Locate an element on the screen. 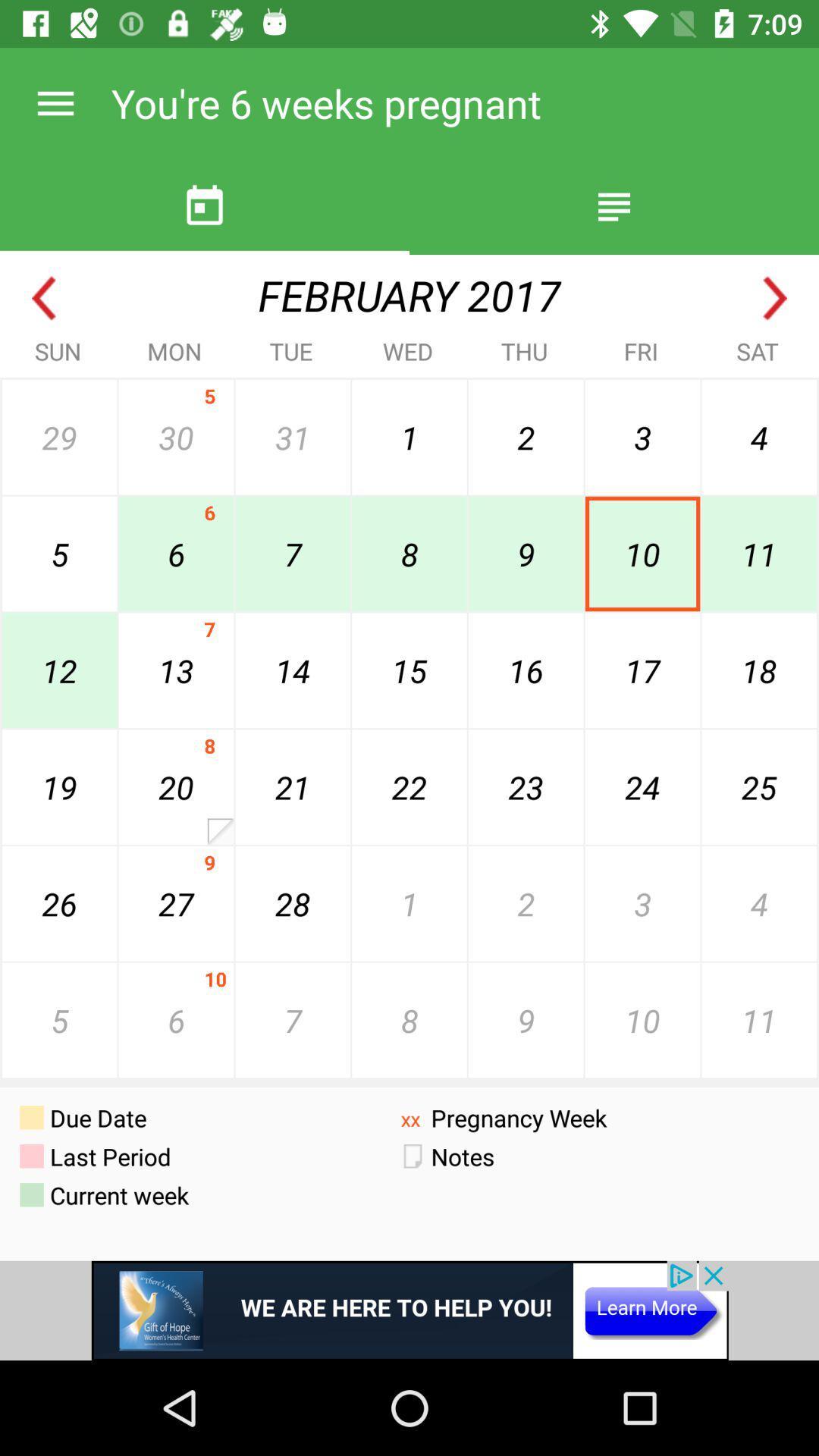  go back is located at coordinates (42, 298).